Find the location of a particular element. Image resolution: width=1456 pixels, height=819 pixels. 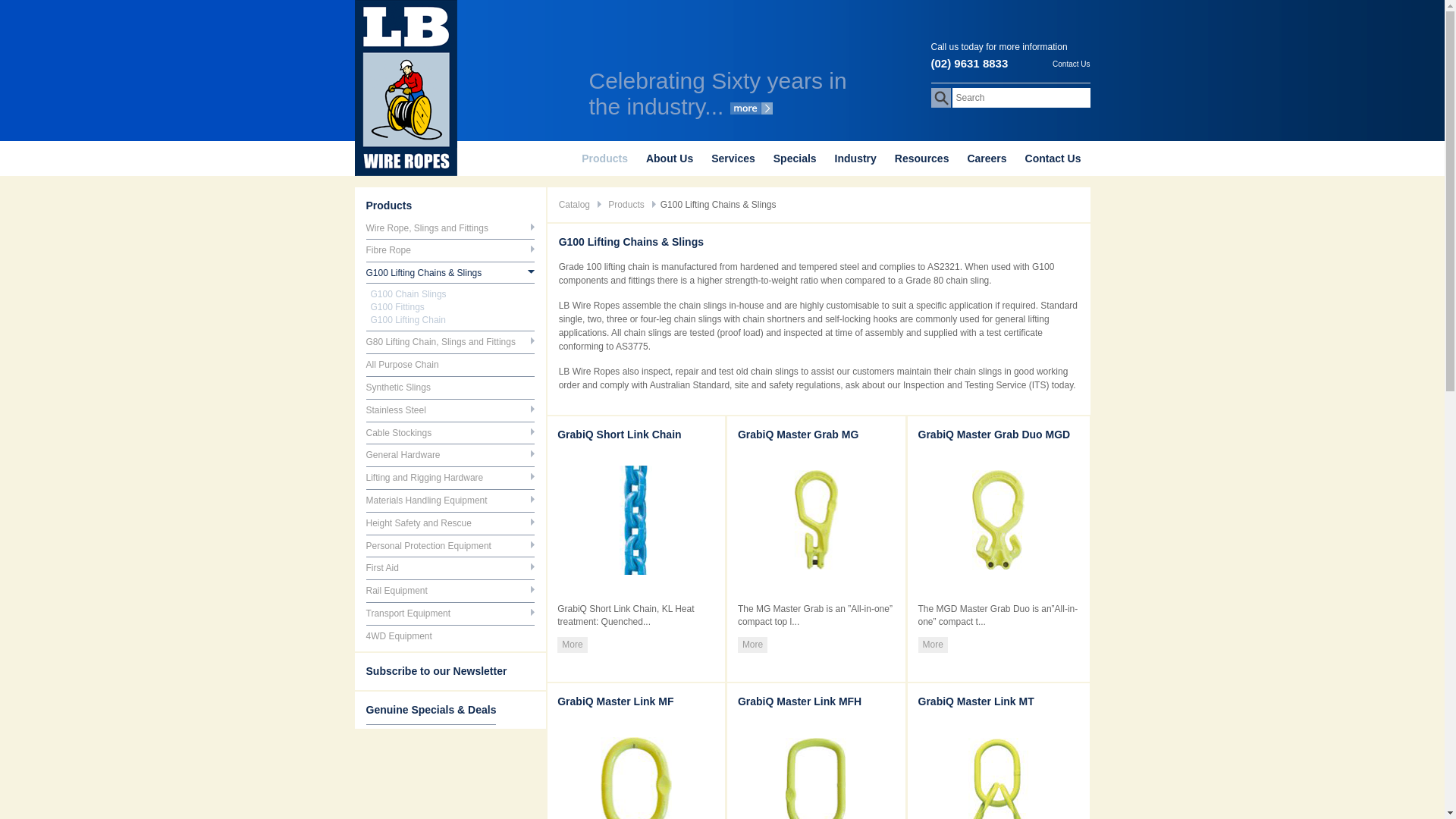

'Cable Stockings' is located at coordinates (398, 432).